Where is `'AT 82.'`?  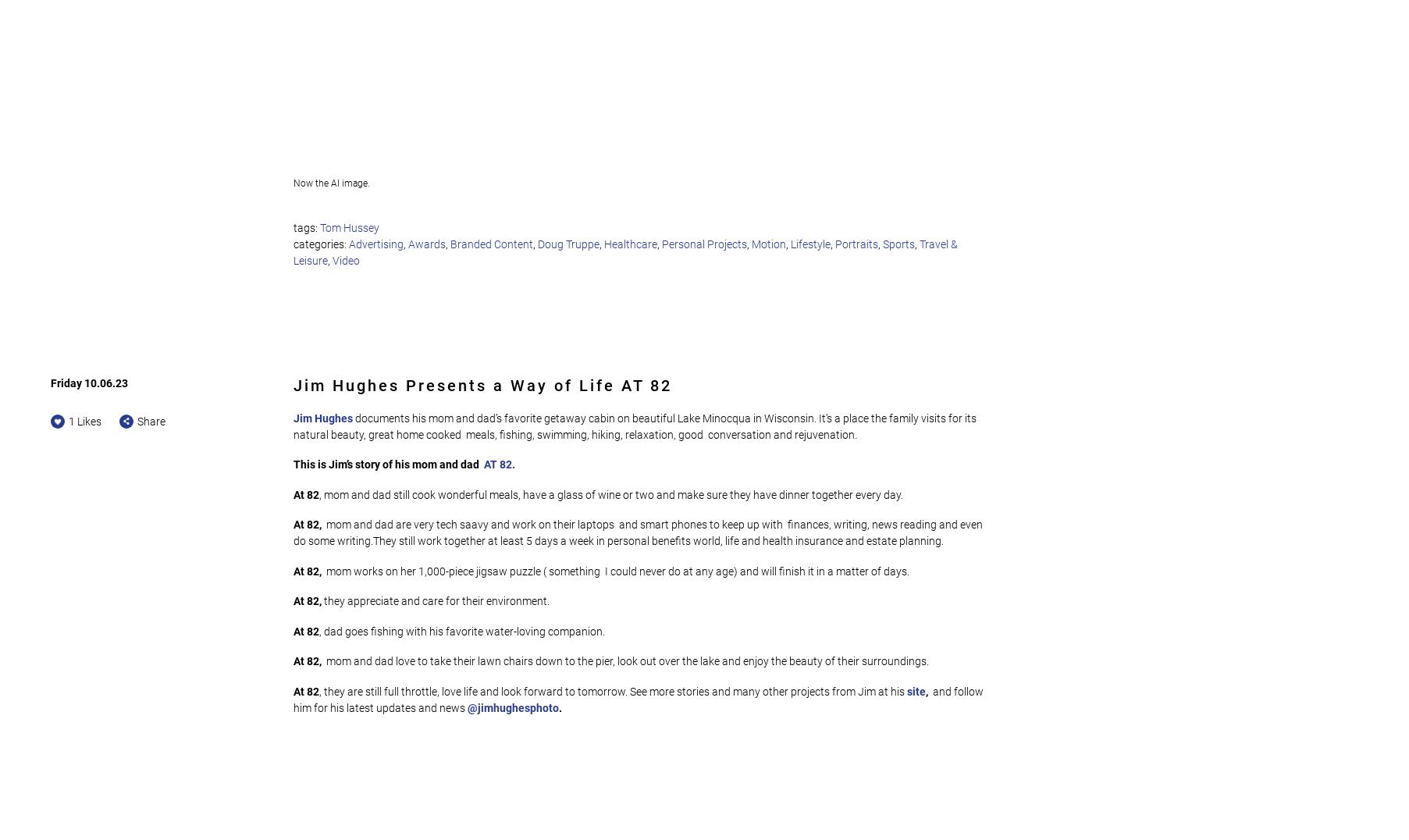
'AT 82.' is located at coordinates (500, 464).